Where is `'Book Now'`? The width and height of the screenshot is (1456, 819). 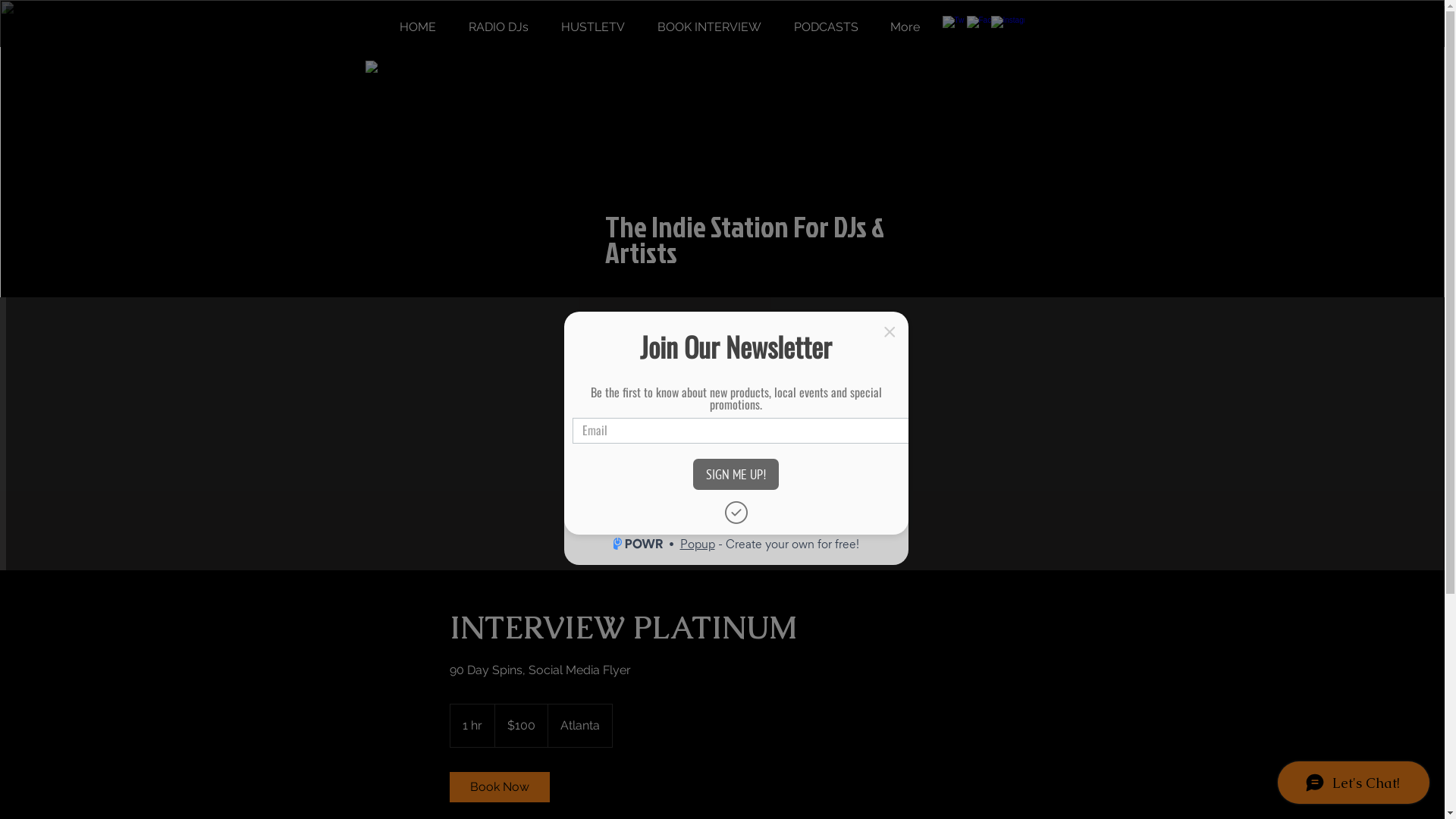
'Book Now' is located at coordinates (498, 786).